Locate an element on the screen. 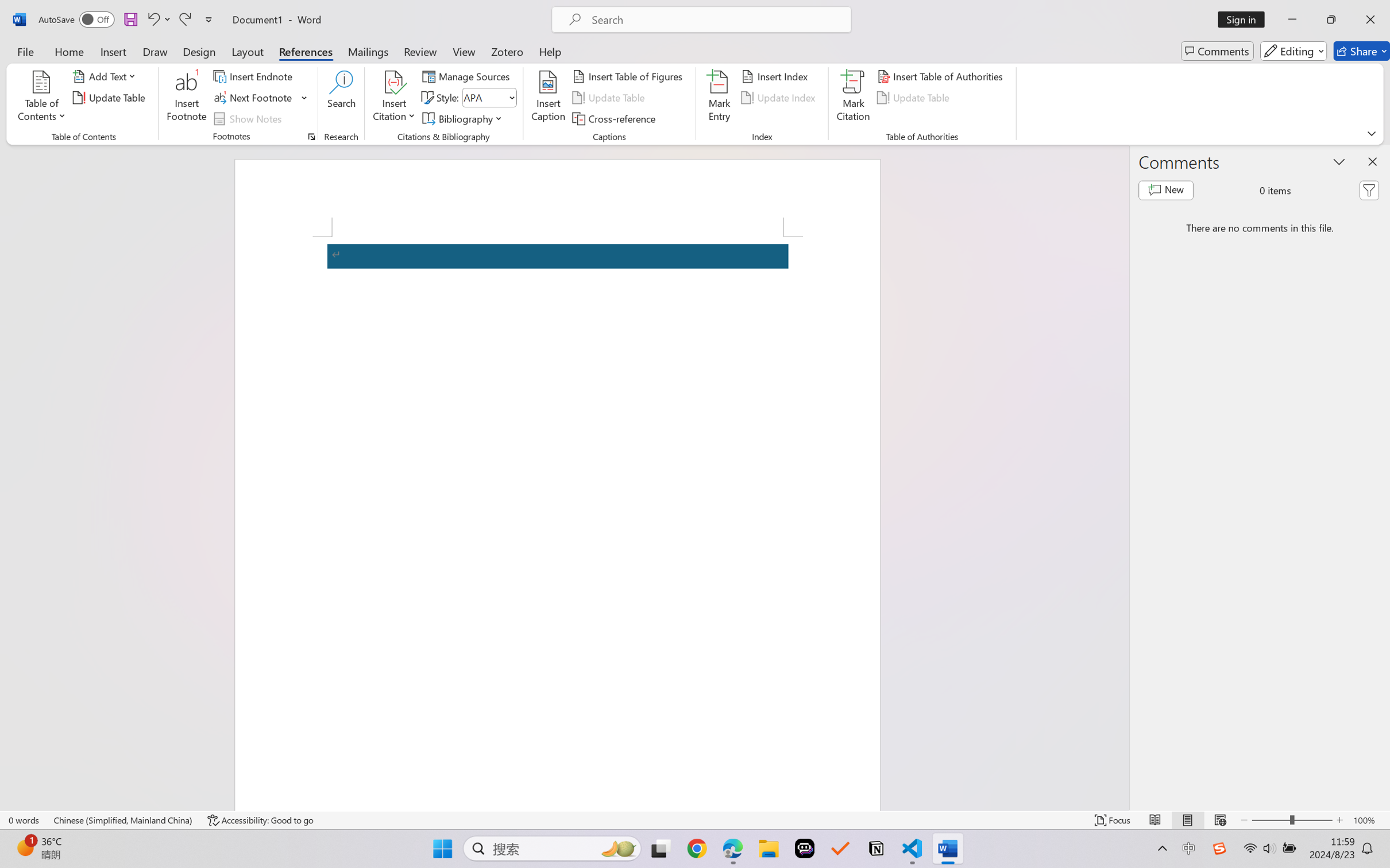 The width and height of the screenshot is (1390, 868). 'Add Text' is located at coordinates (105, 75).